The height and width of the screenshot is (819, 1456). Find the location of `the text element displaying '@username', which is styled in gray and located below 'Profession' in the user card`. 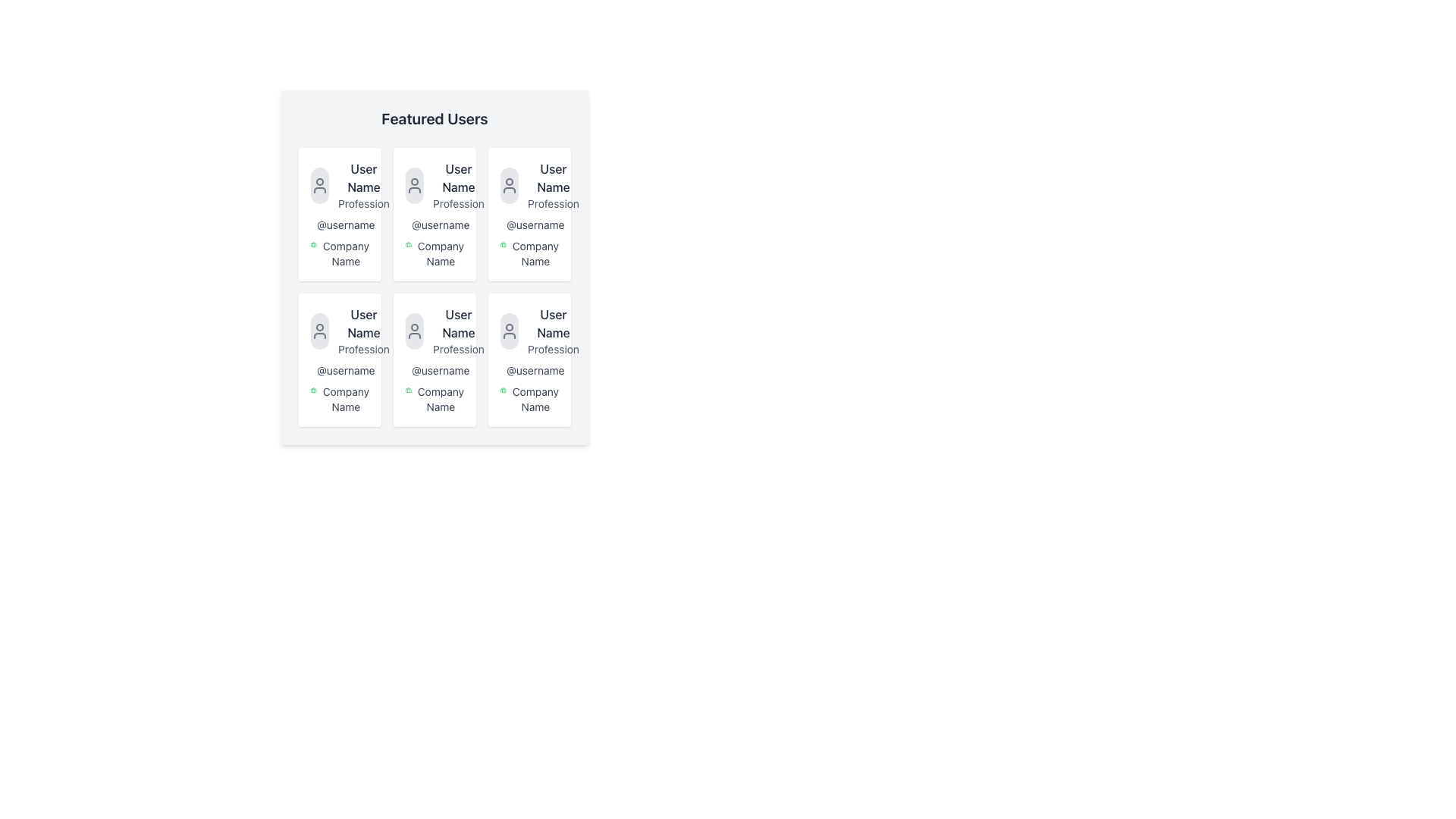

the text element displaying '@username', which is styled in gray and located below 'Profession' in the user card is located at coordinates (339, 371).